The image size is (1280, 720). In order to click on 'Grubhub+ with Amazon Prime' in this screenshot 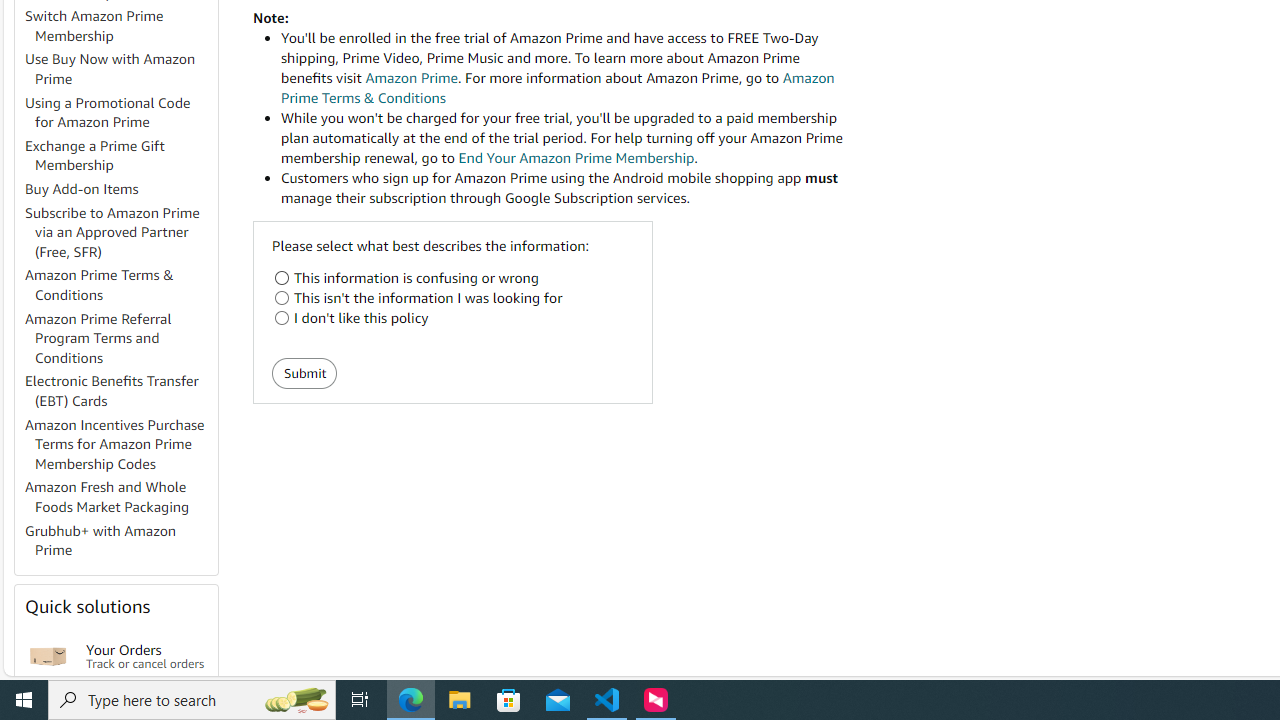, I will do `click(100, 540)`.